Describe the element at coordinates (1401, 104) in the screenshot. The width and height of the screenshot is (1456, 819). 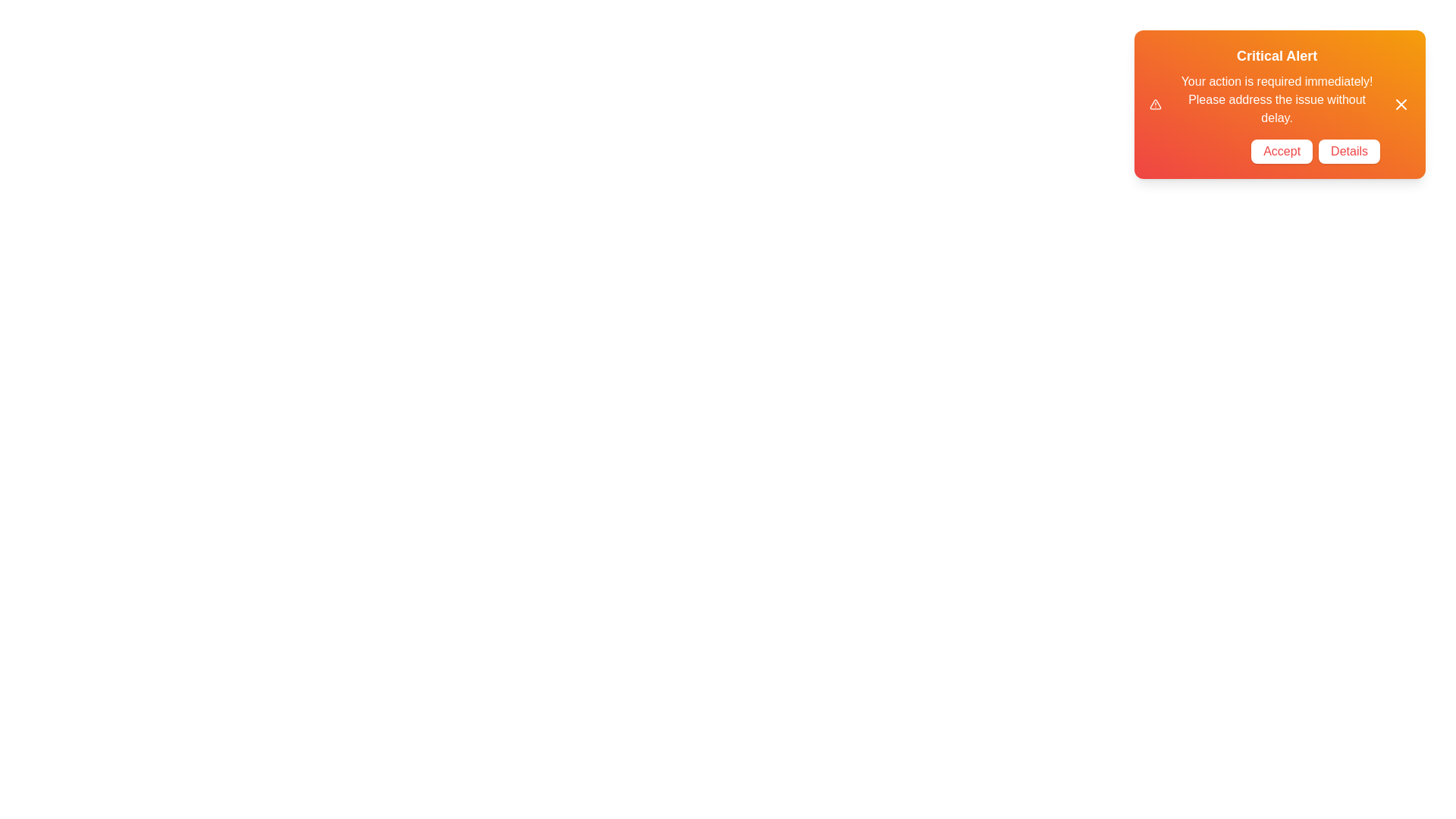
I see `the 'X' icon to close the alert notification` at that location.